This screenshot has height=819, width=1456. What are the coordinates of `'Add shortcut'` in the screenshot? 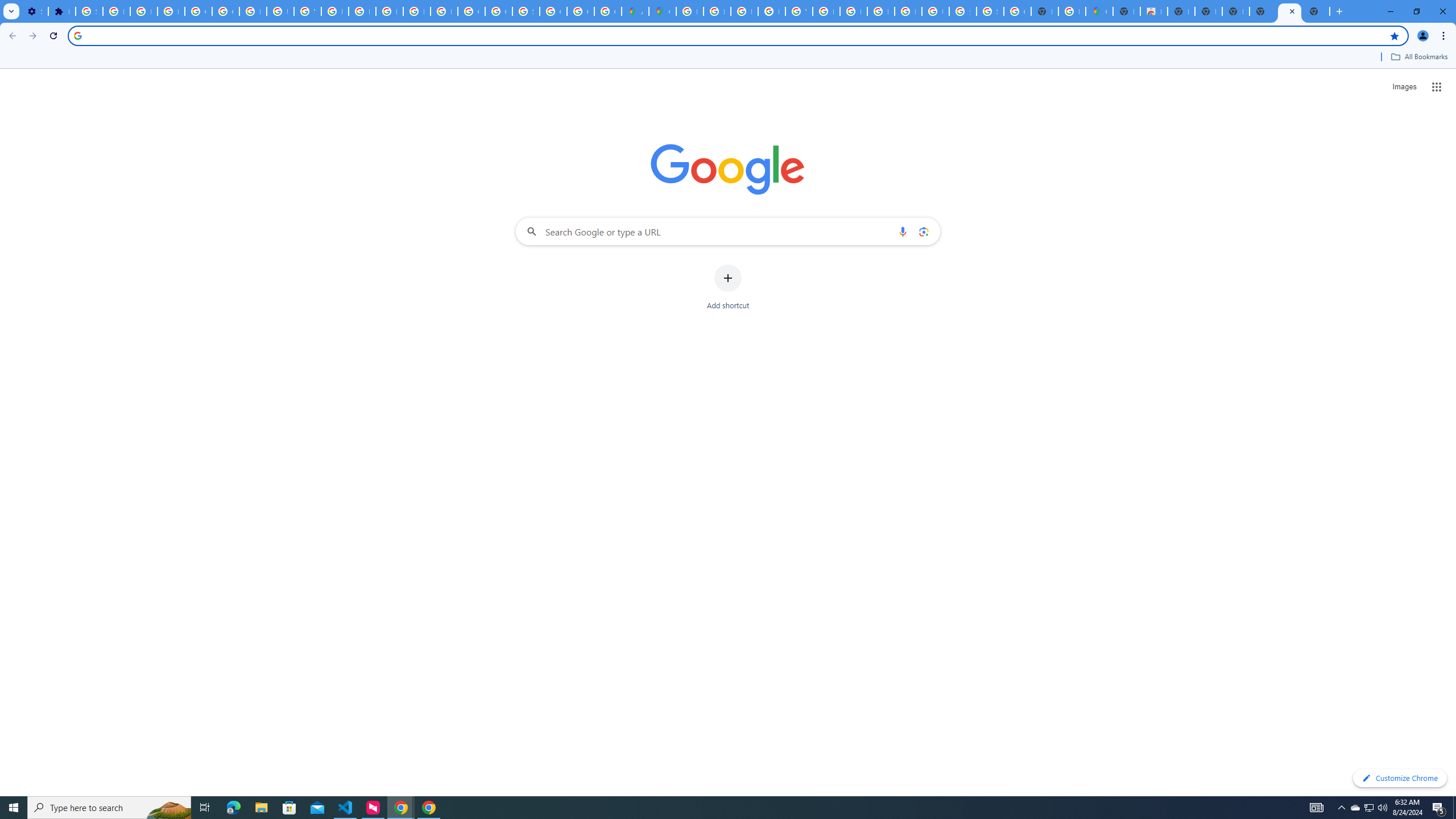 It's located at (728, 287).